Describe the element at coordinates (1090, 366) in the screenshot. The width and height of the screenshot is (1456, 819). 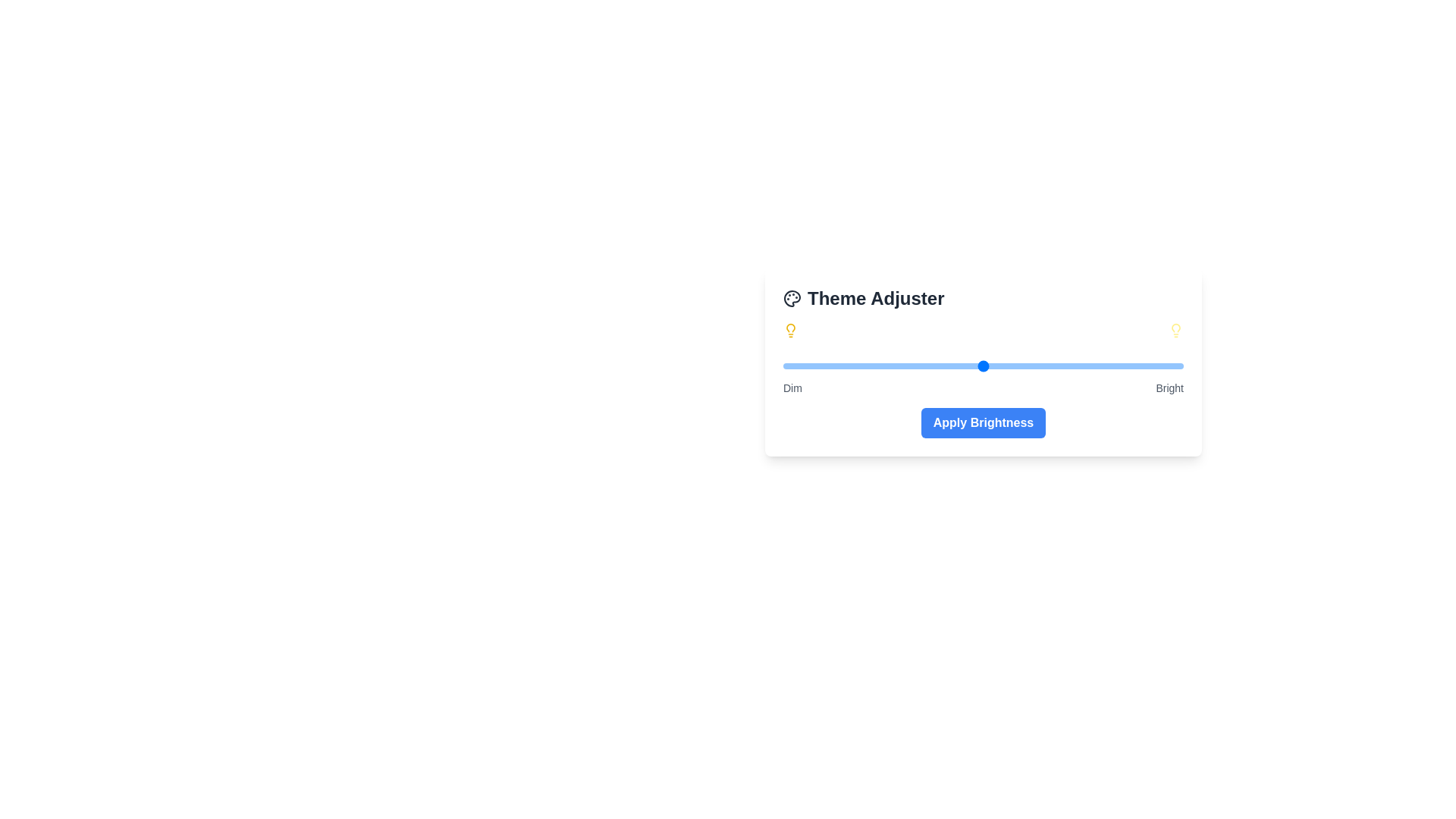
I see `the brightness slider to a specific value 77` at that location.